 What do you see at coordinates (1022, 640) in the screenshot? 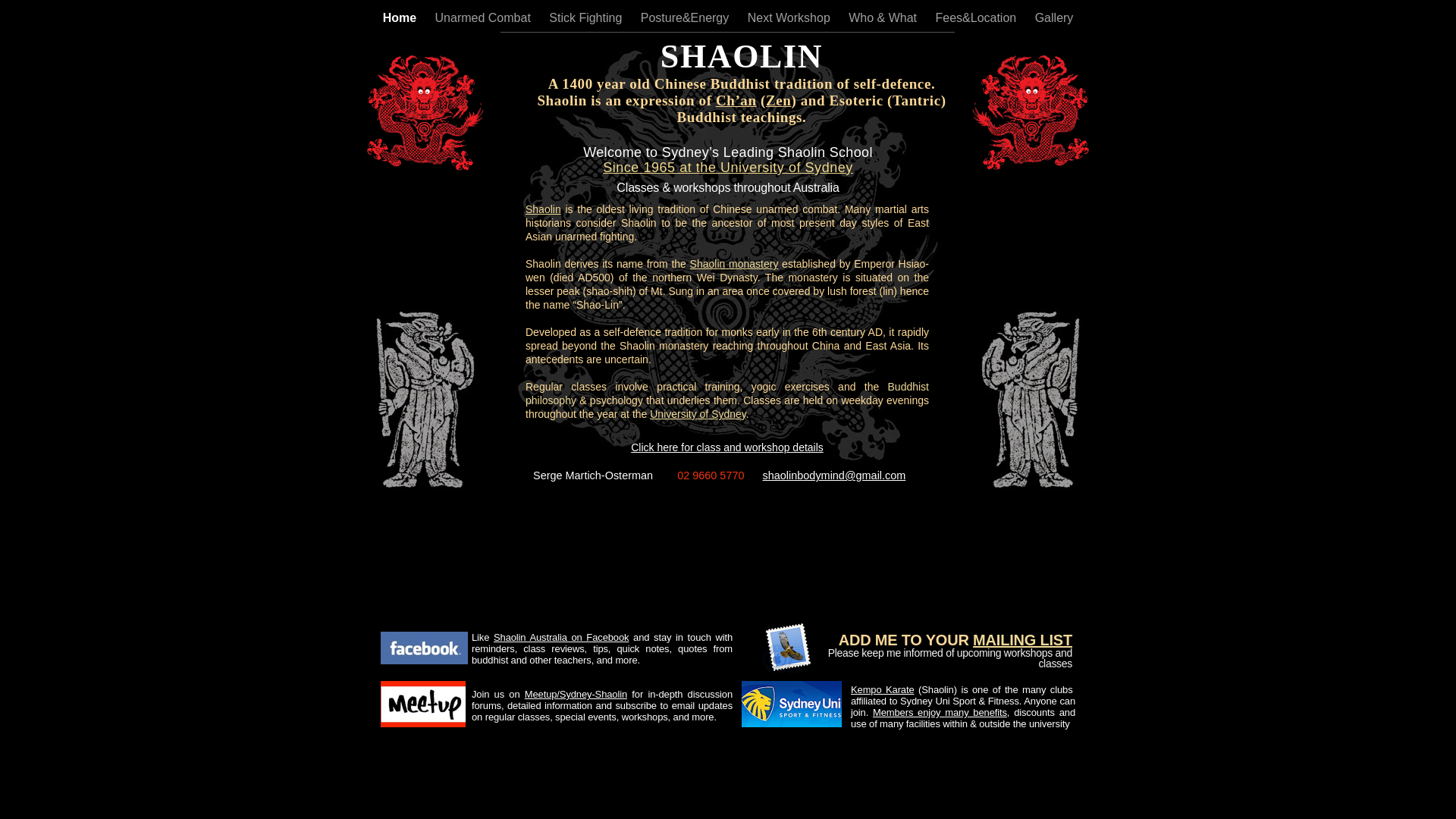
I see `'MAILING LIST'` at bounding box center [1022, 640].